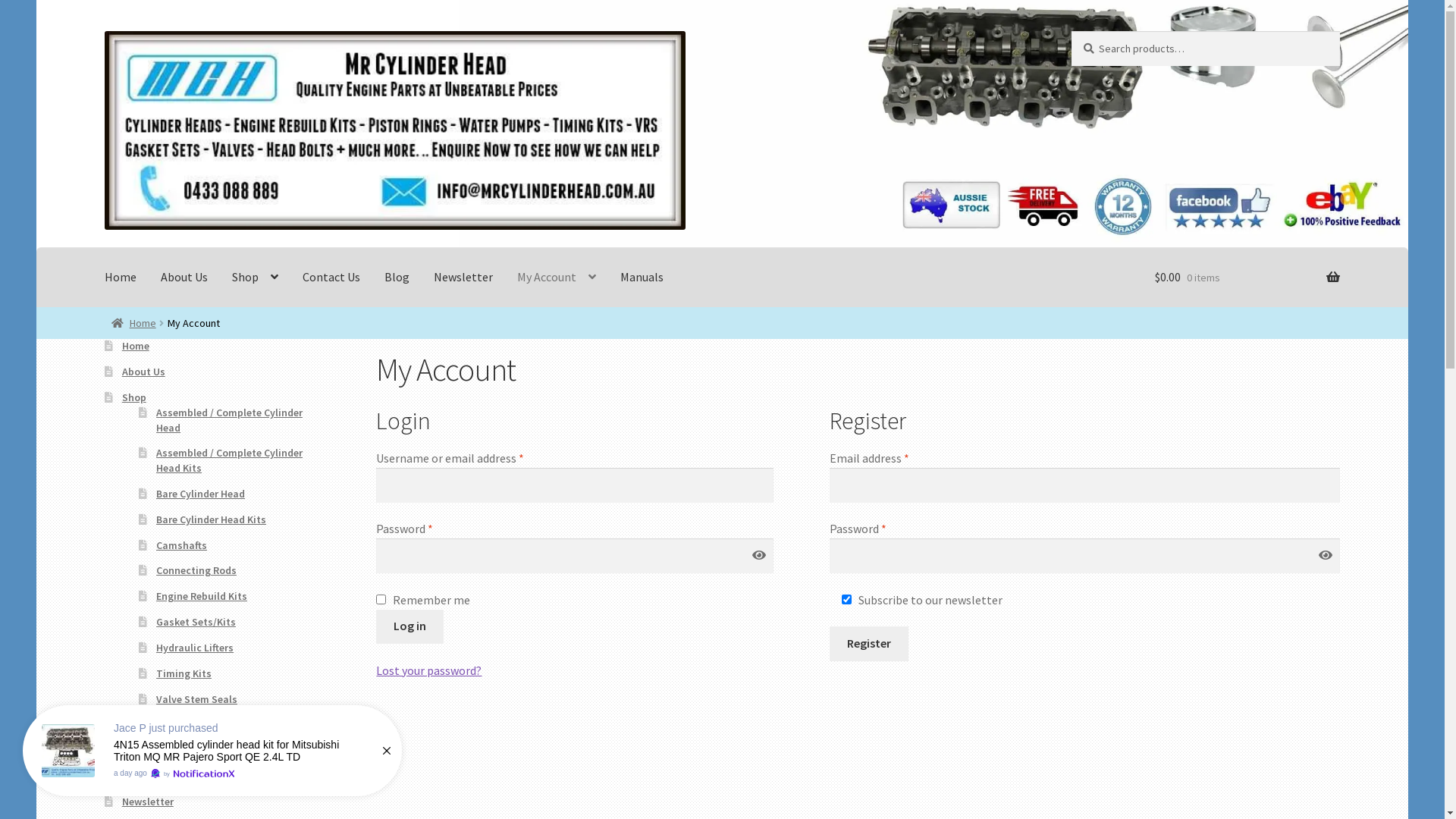 The height and width of the screenshot is (819, 1456). What do you see at coordinates (1070, 30) in the screenshot?
I see `'Search'` at bounding box center [1070, 30].